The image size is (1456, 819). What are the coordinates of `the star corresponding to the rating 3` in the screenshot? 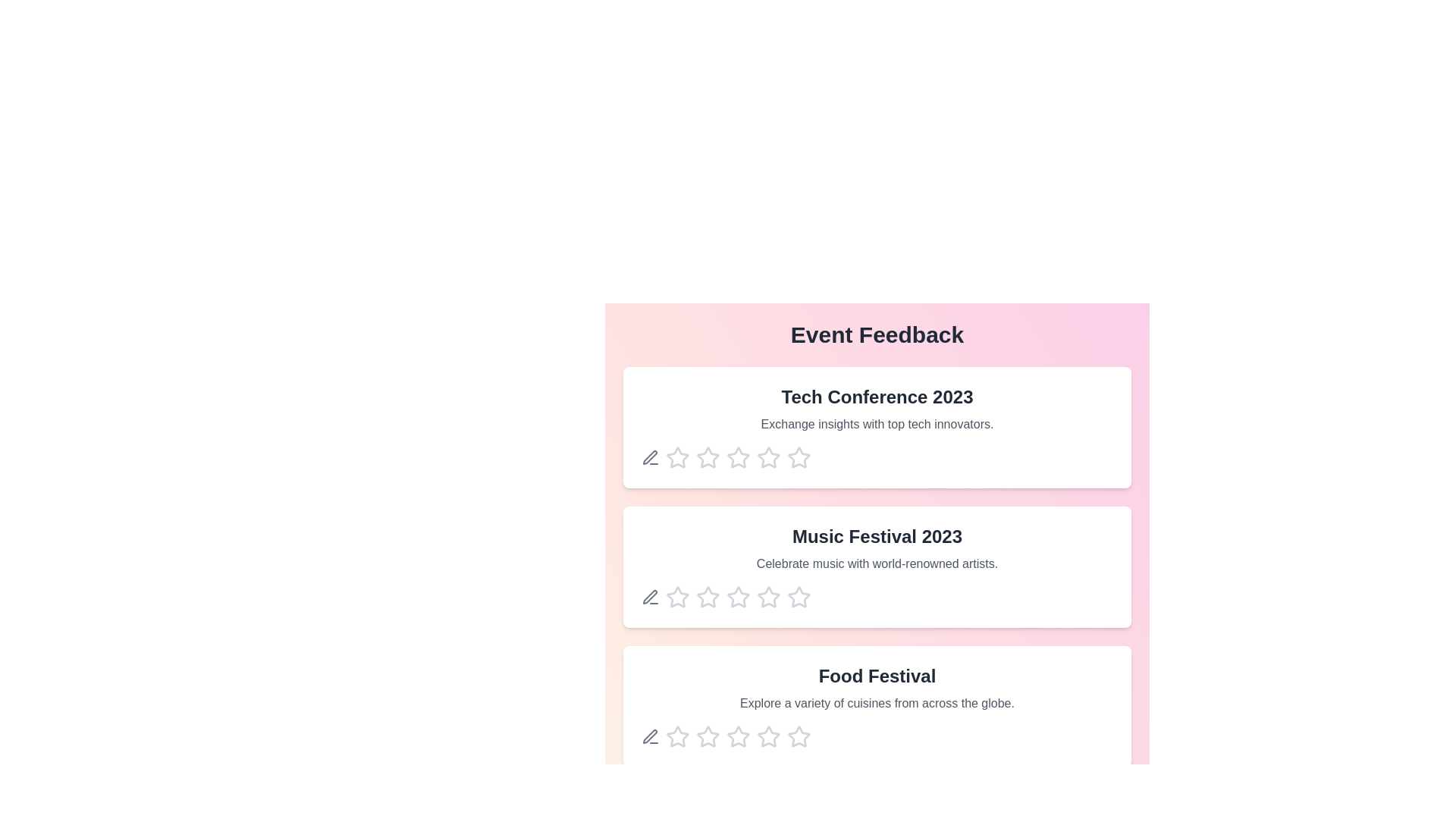 It's located at (739, 457).